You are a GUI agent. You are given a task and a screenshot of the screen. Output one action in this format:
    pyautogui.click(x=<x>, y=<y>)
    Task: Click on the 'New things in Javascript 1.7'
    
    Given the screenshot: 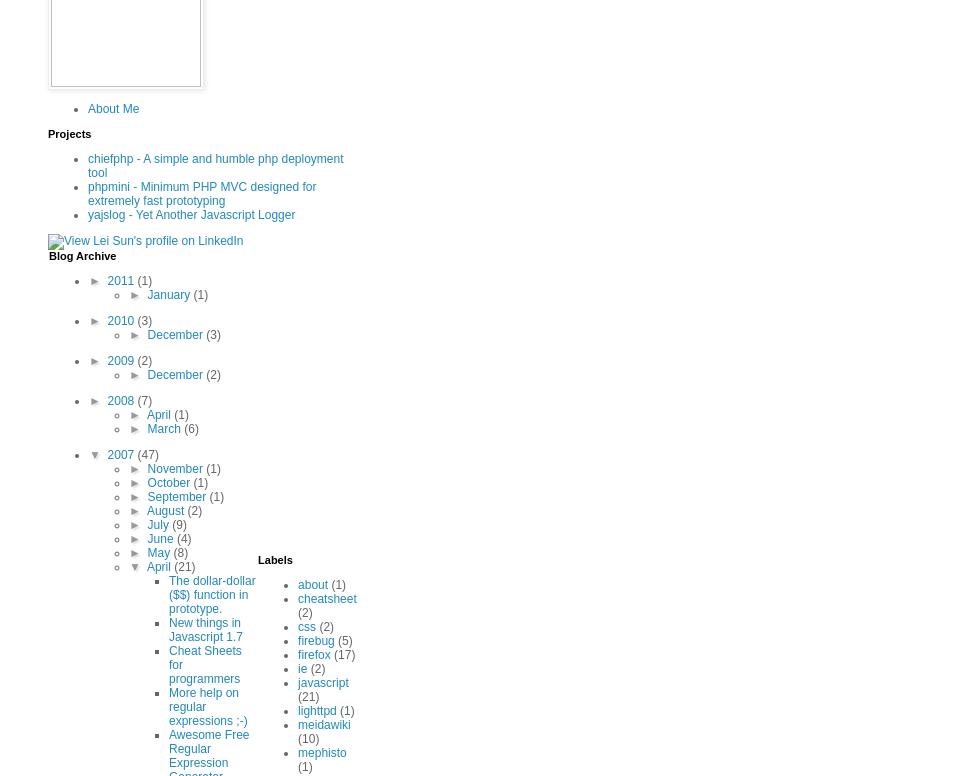 What is the action you would take?
    pyautogui.click(x=204, y=629)
    